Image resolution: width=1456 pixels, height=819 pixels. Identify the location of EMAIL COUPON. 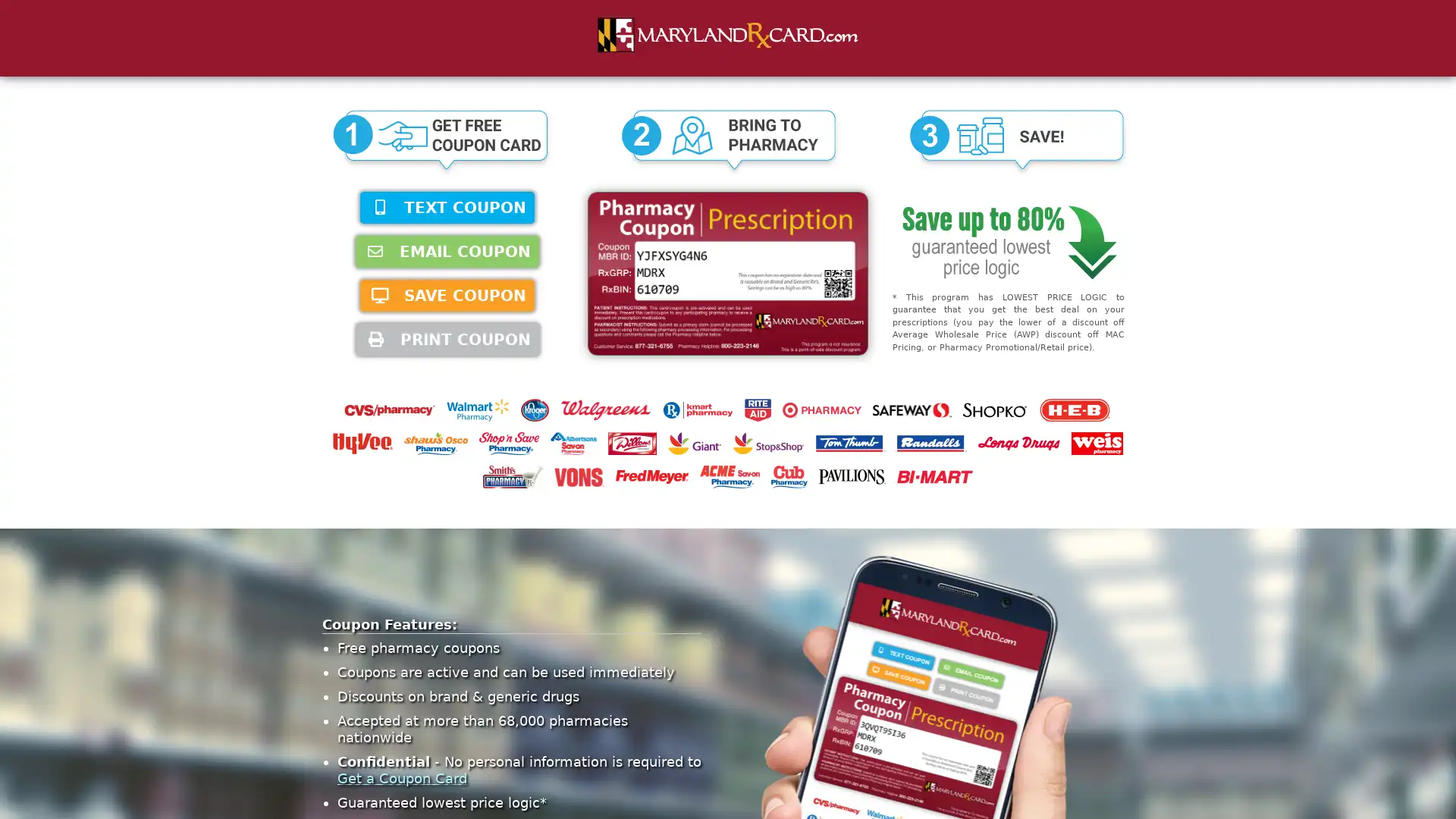
(447, 250).